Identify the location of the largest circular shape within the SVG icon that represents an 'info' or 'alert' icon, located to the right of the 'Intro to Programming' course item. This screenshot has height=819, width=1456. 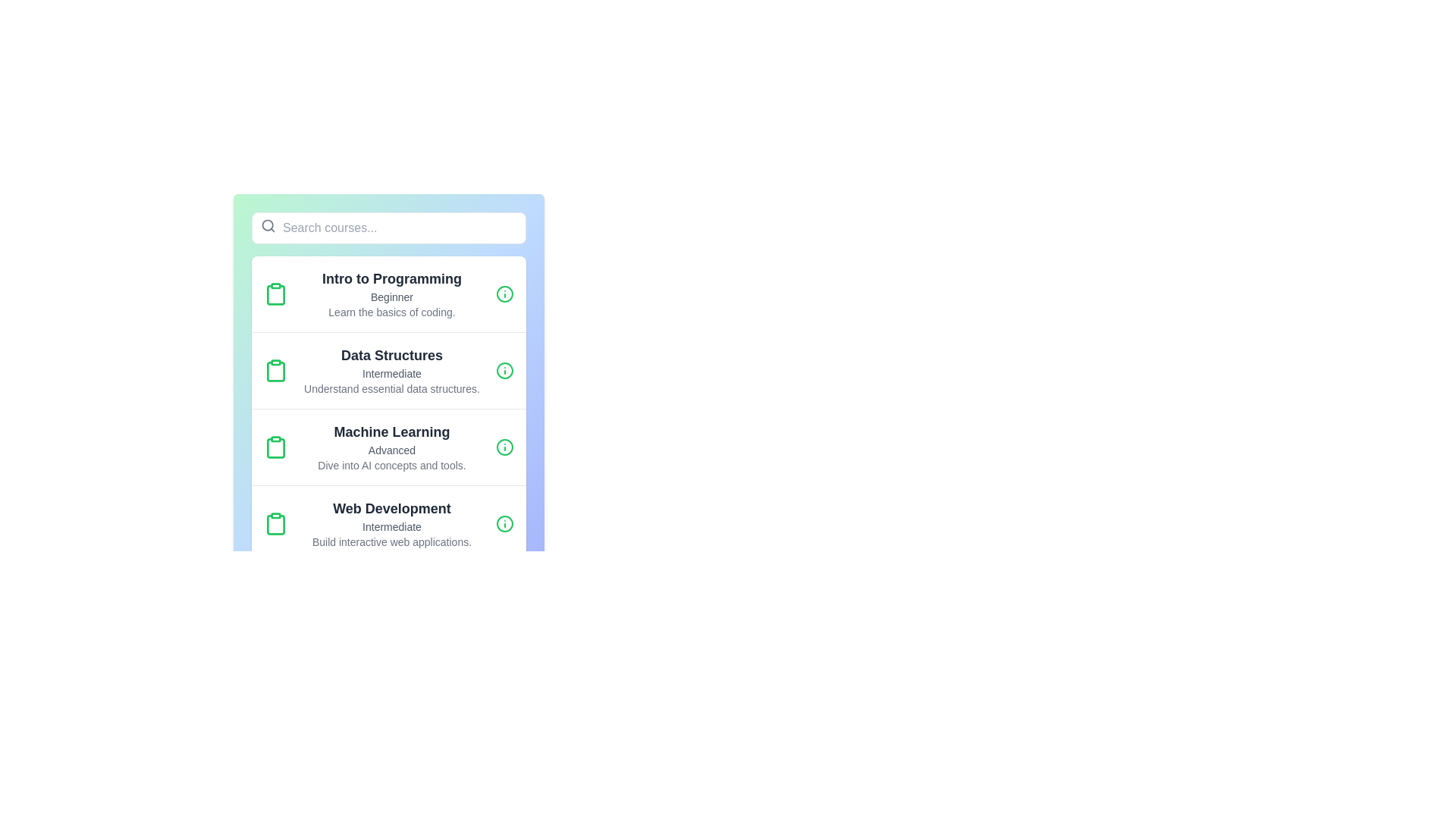
(505, 294).